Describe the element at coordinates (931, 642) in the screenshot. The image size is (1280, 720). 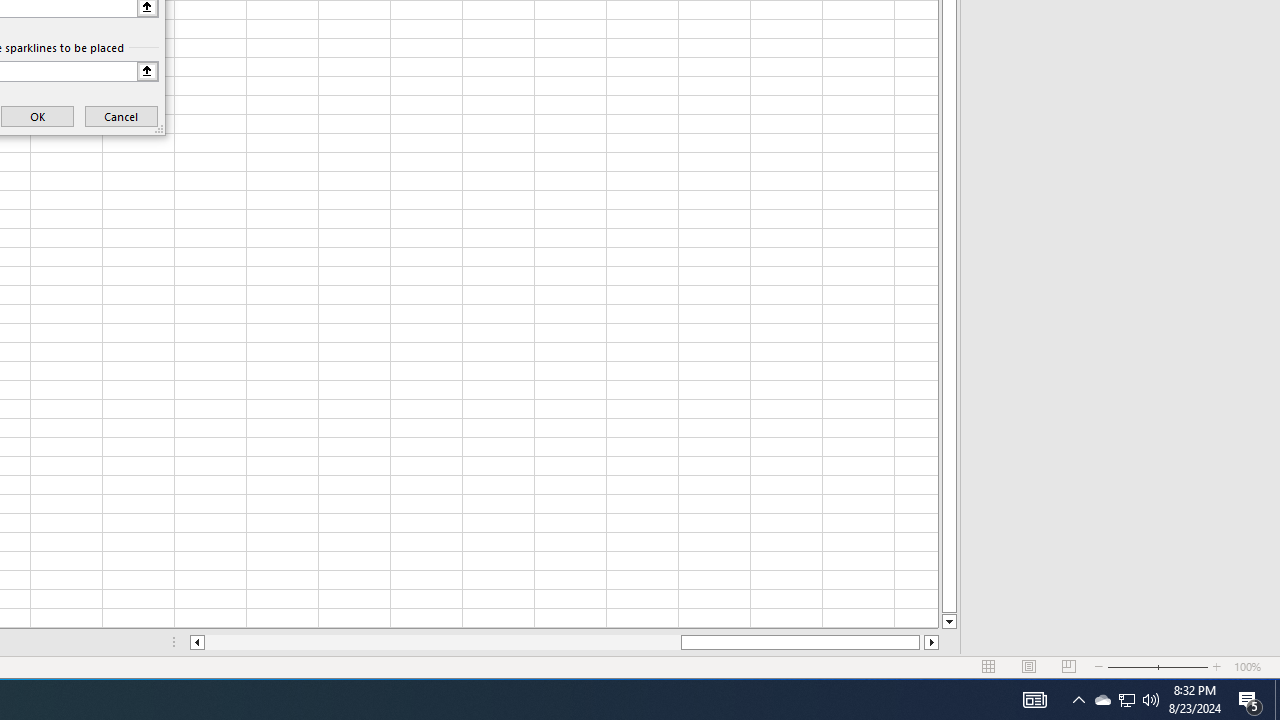
I see `'Column right'` at that location.